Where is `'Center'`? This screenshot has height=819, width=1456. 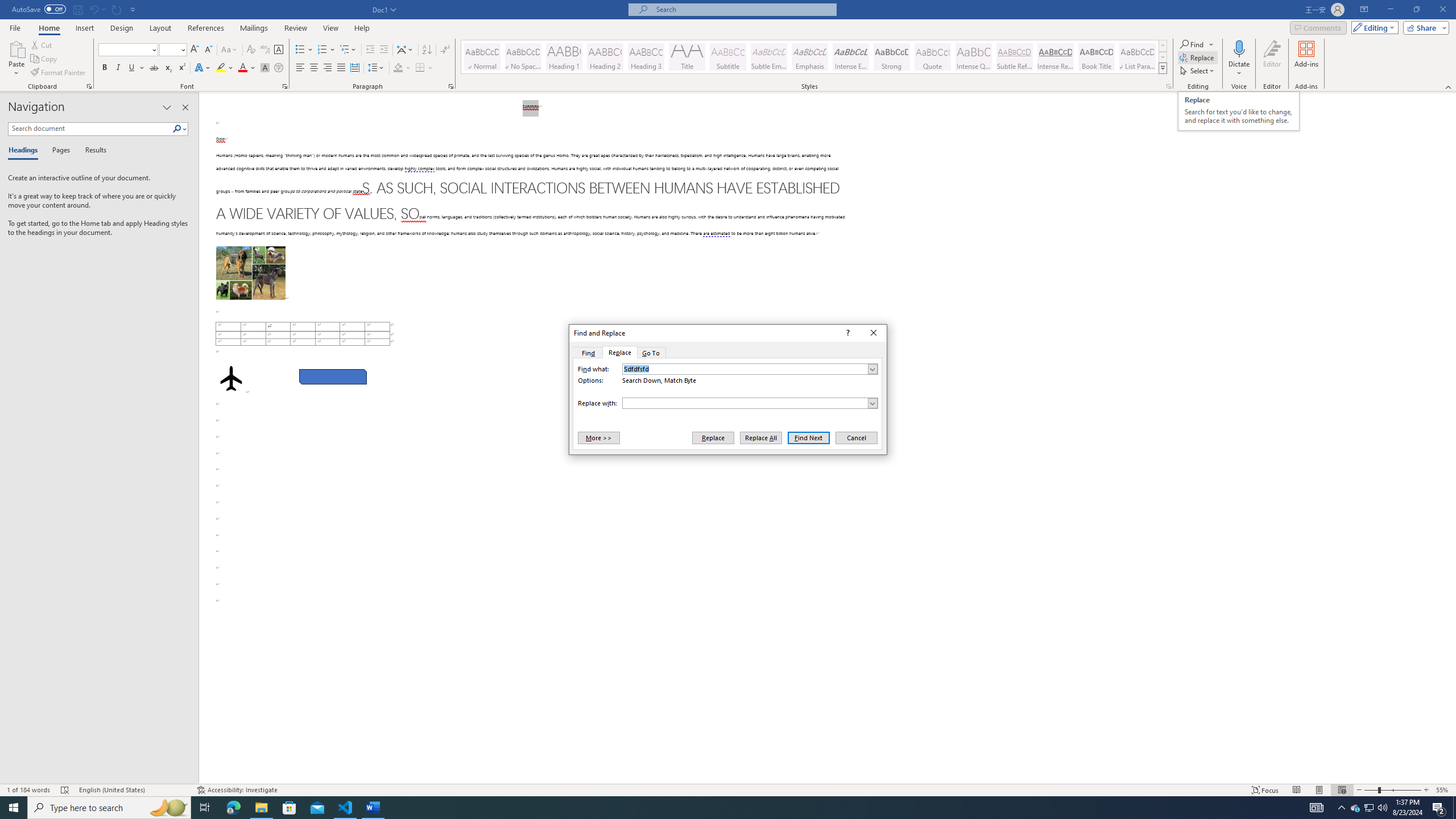
'Center' is located at coordinates (313, 67).